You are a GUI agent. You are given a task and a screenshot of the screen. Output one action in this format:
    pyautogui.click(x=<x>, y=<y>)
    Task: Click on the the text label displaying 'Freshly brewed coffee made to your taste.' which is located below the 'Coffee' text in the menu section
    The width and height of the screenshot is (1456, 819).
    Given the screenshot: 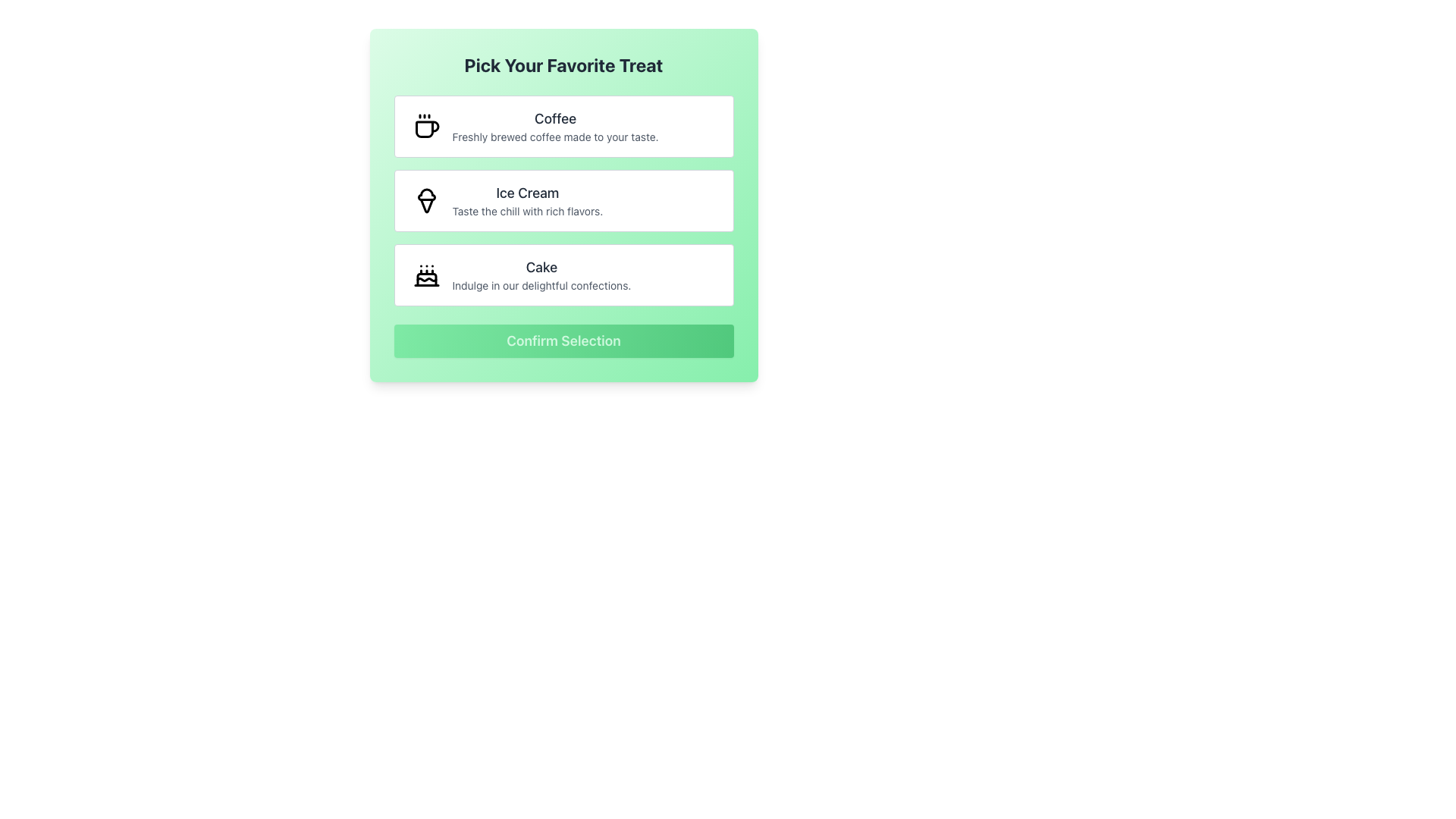 What is the action you would take?
    pyautogui.click(x=554, y=137)
    